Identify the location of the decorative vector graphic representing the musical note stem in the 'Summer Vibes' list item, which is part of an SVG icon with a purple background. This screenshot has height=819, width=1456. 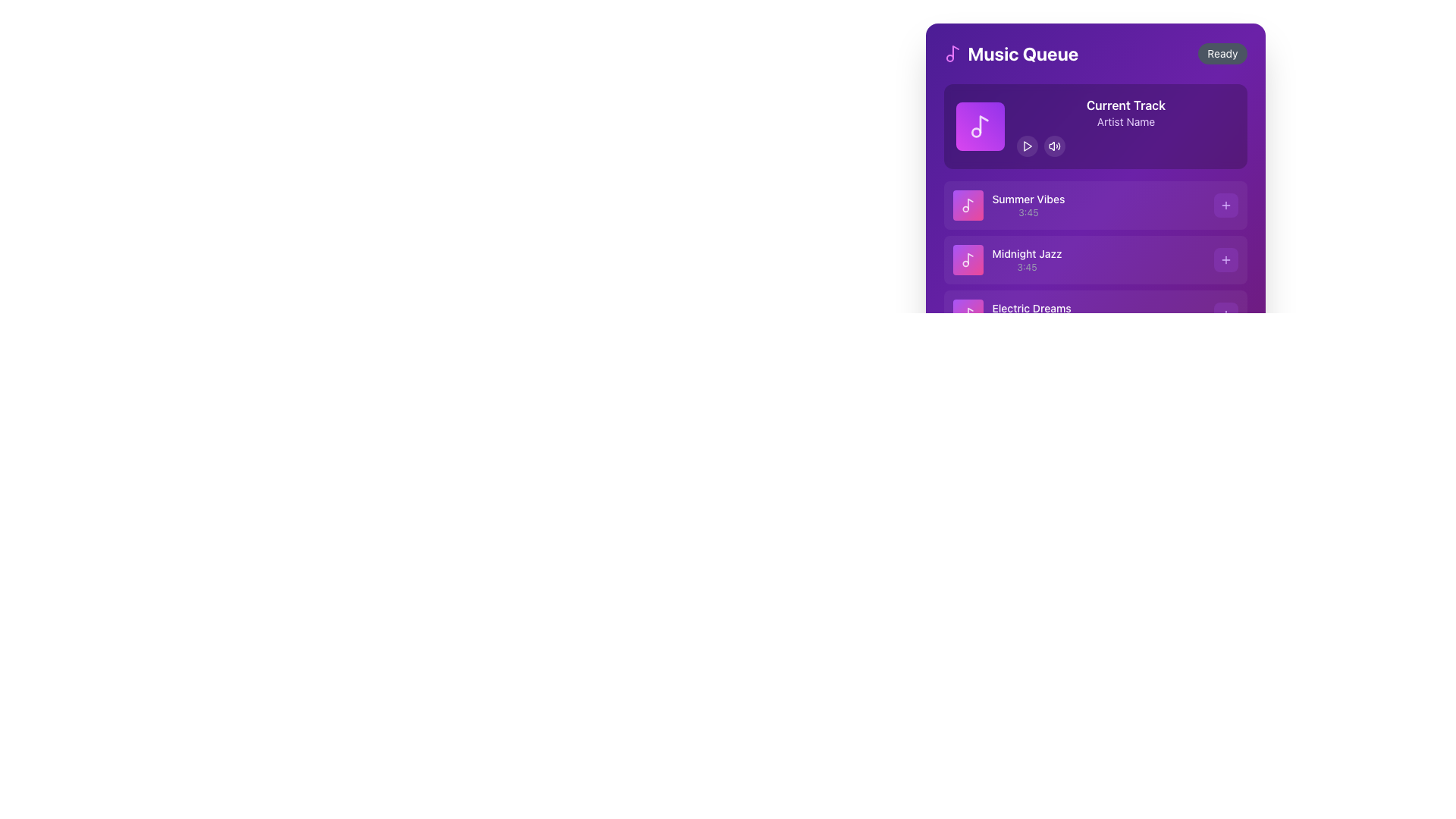
(969, 203).